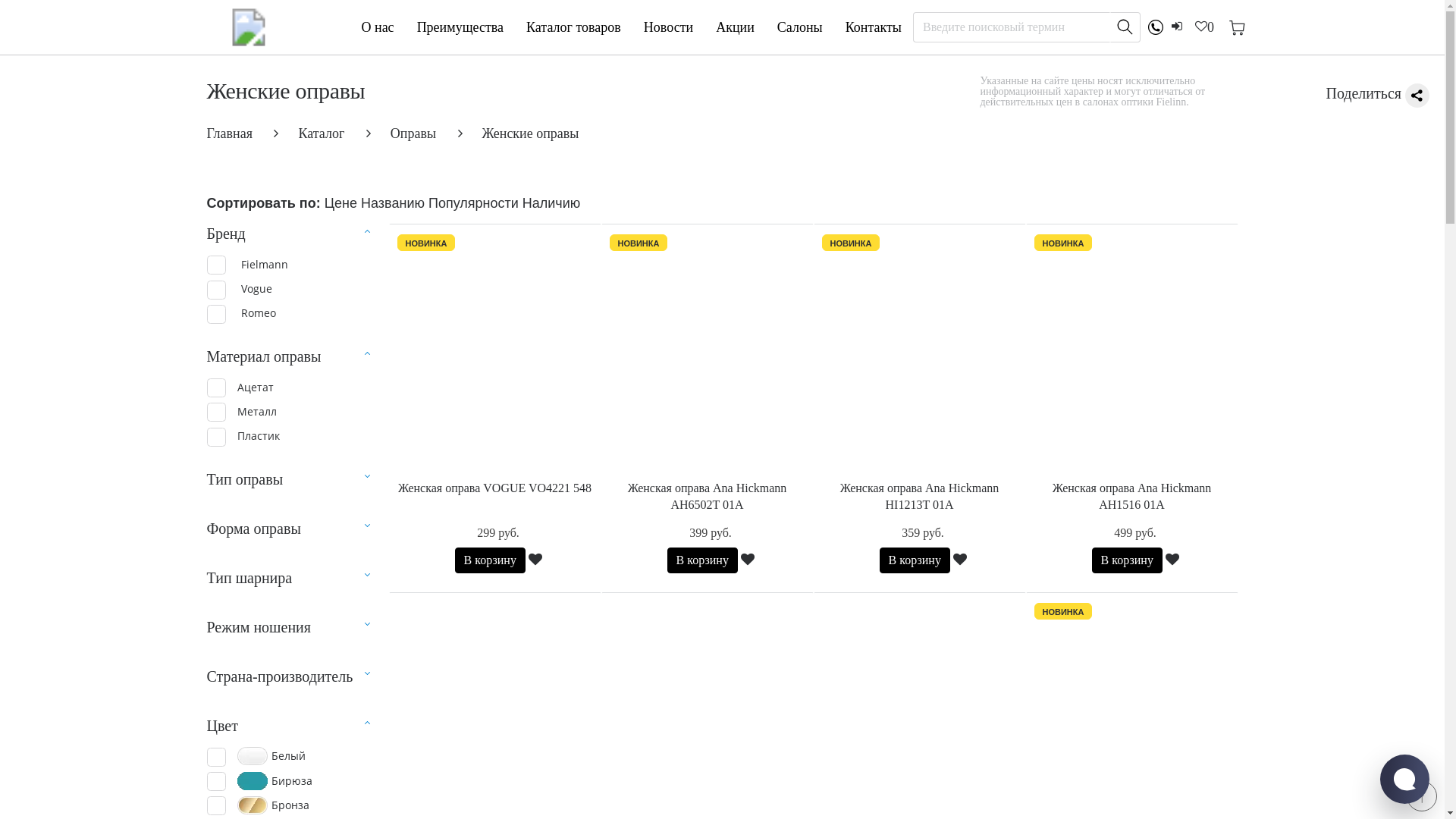 The height and width of the screenshot is (819, 1456). I want to click on 'Y', so click(215, 437).